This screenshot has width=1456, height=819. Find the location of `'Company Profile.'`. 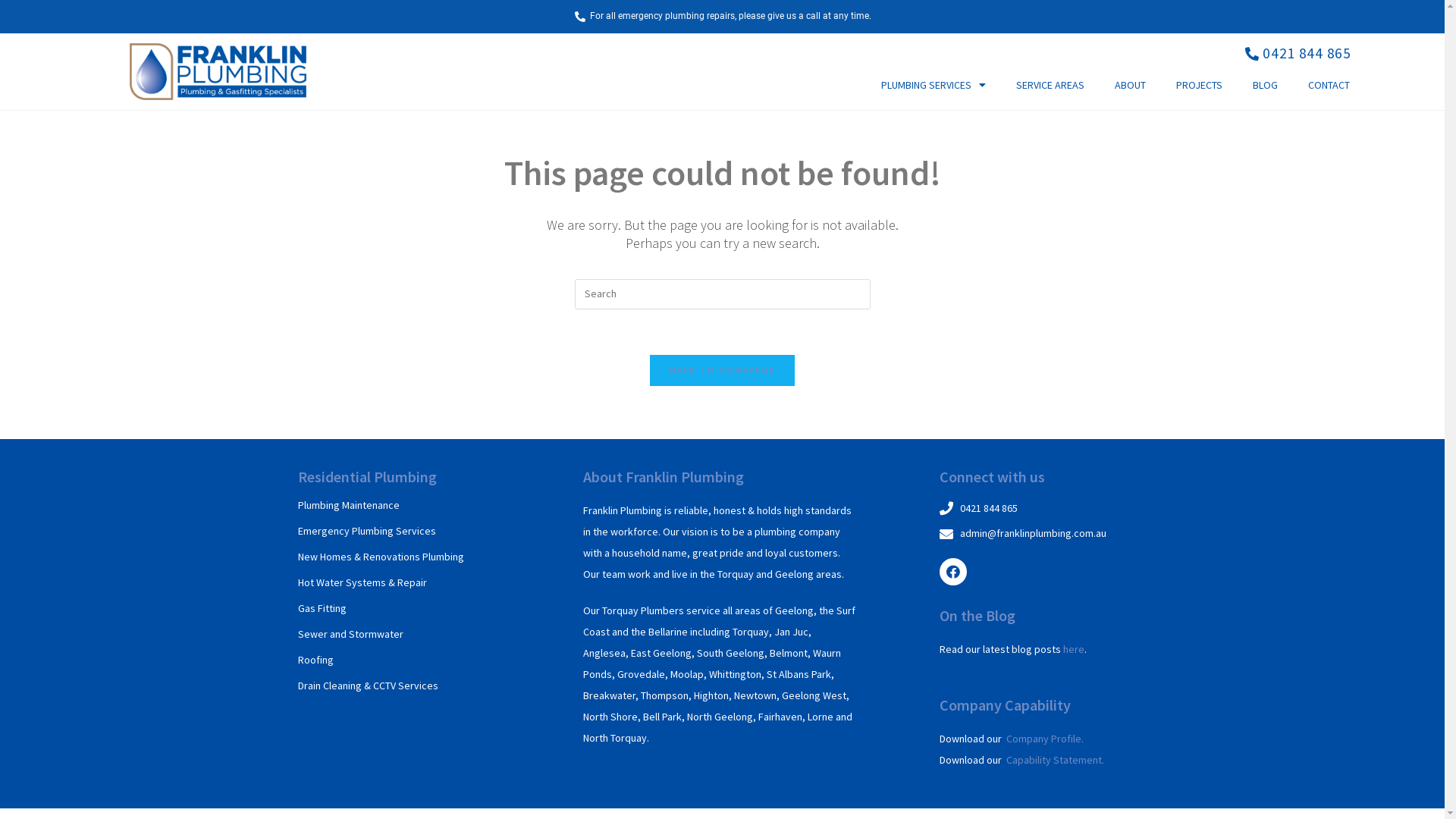

'Company Profile.' is located at coordinates (1006, 738).